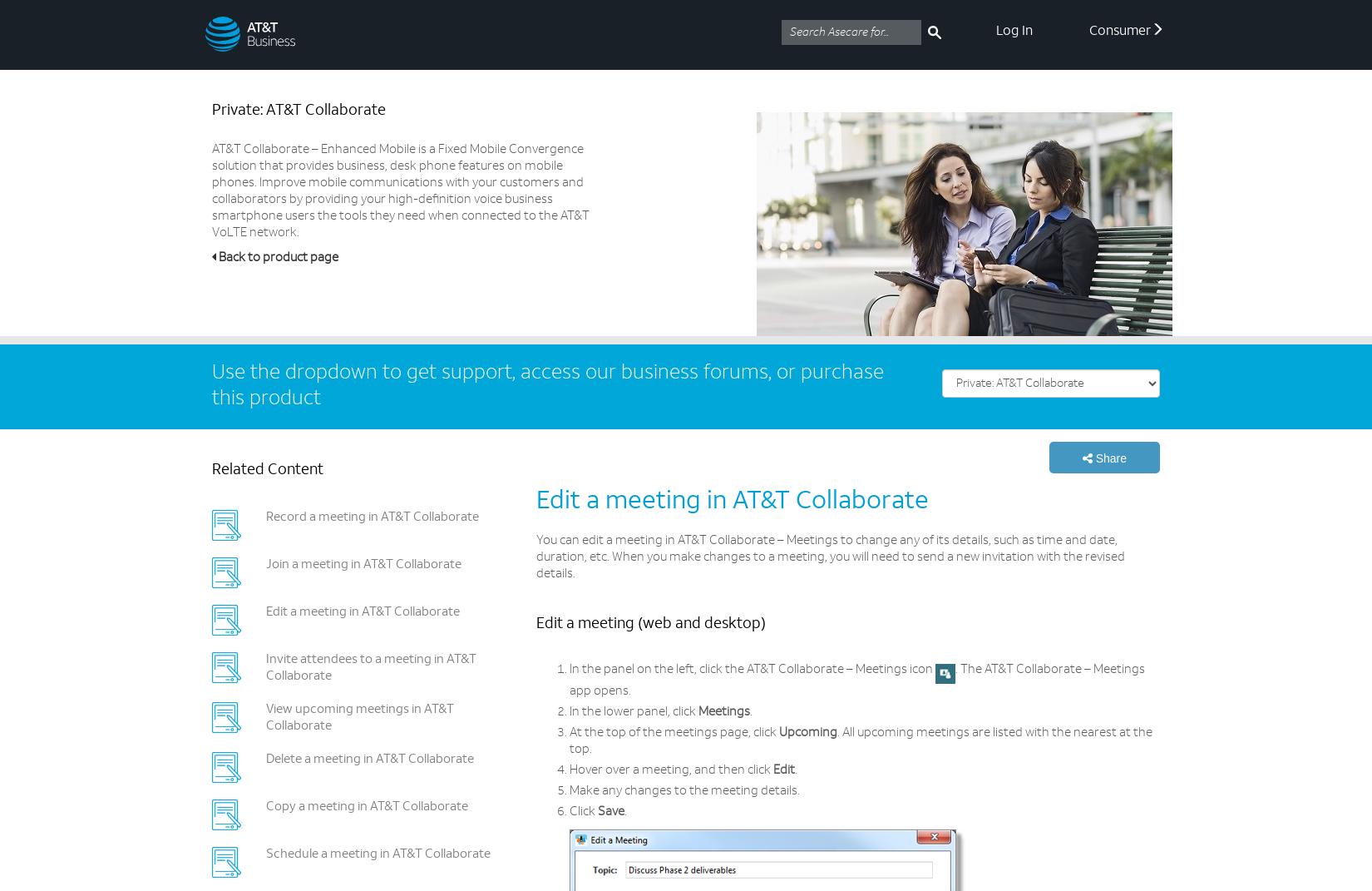 This screenshot has width=1372, height=891. What do you see at coordinates (377, 854) in the screenshot?
I see `'Schedule a meeting in AT&T Collaborate'` at bounding box center [377, 854].